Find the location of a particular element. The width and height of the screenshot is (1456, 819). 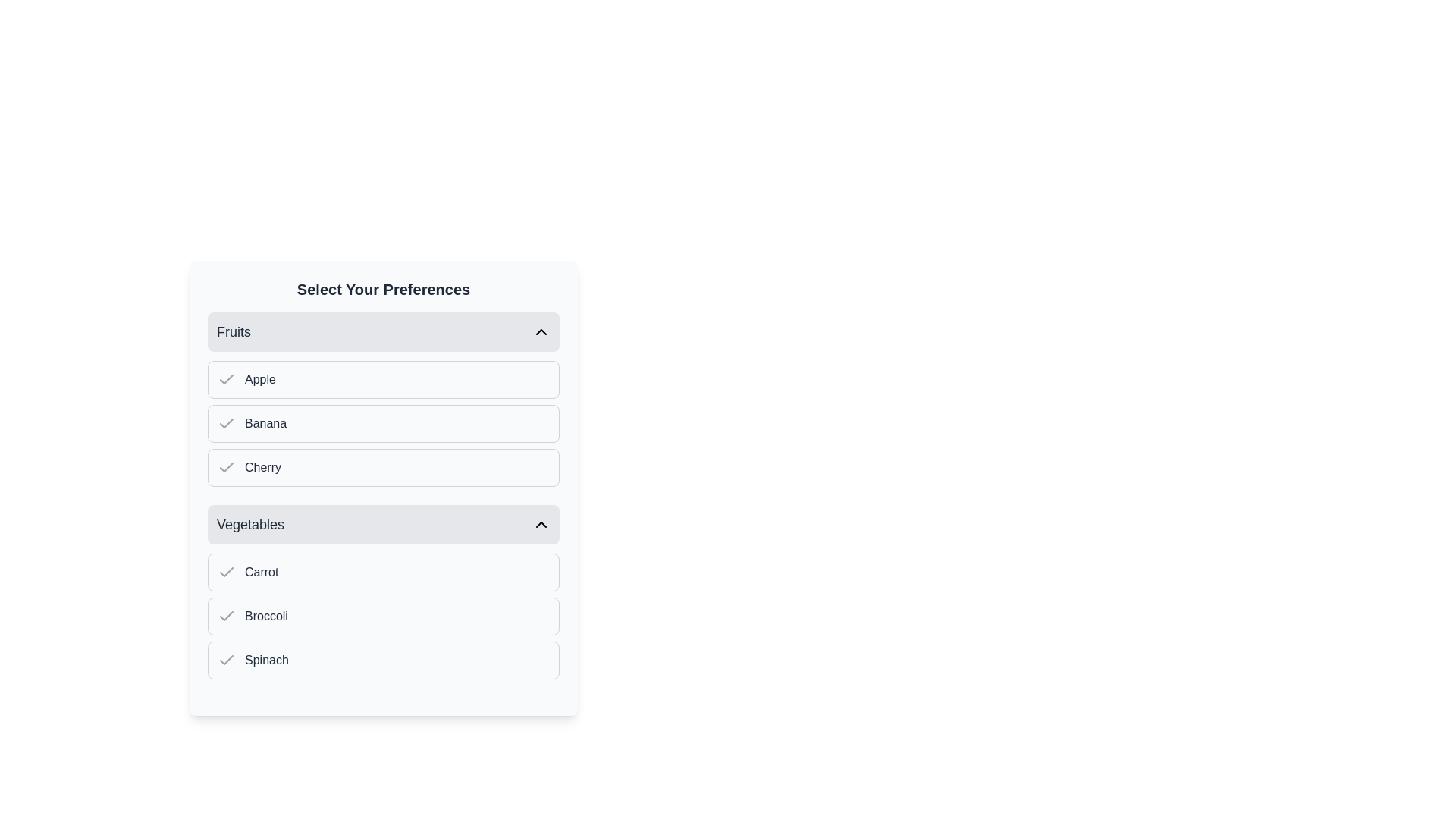

the selectable list item labeled 'Broccoli', which is the second option in the 'Vegetables' group is located at coordinates (383, 617).